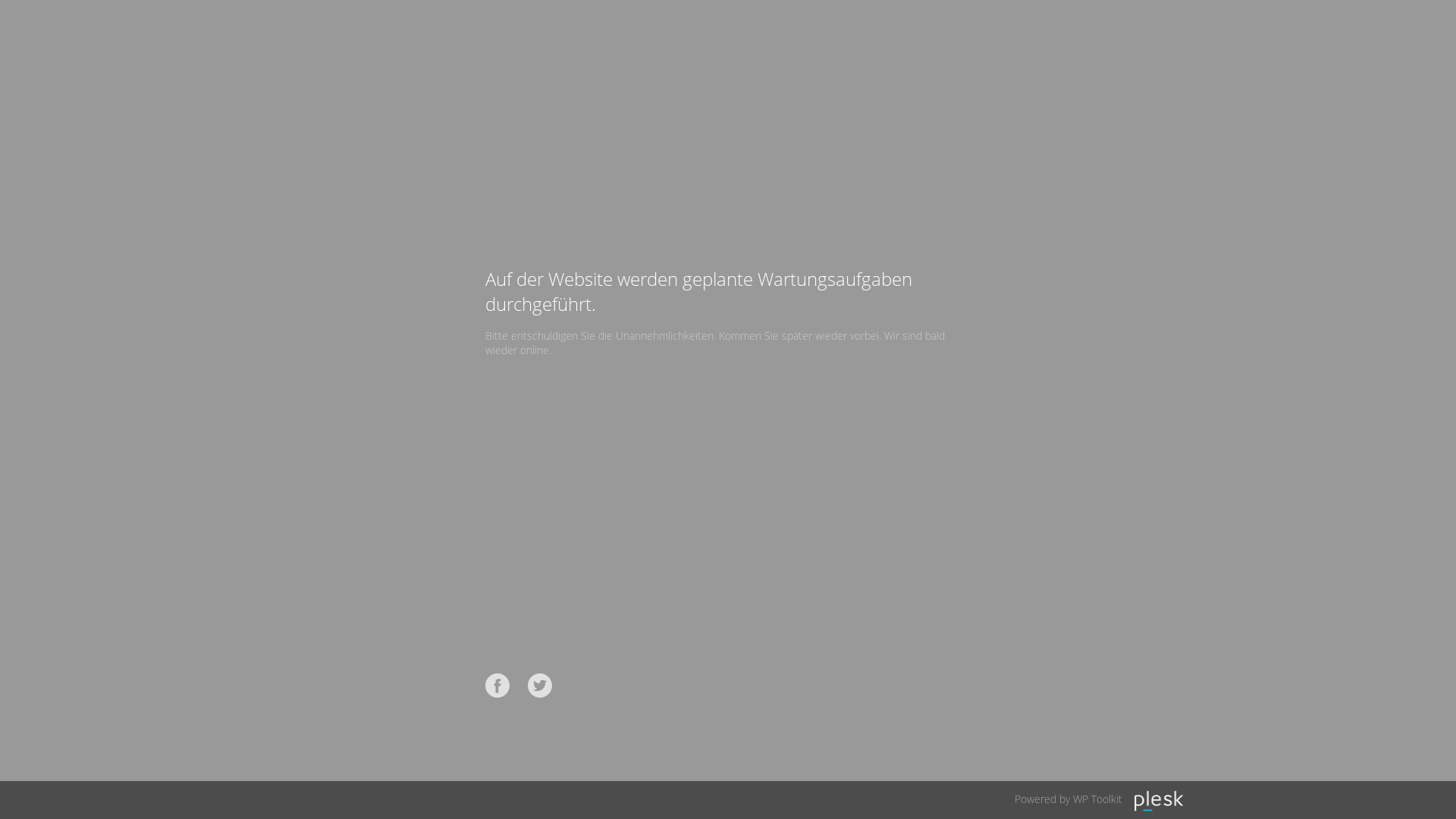 The width and height of the screenshot is (1456, 819). What do you see at coordinates (497, 685) in the screenshot?
I see `'Facebook'` at bounding box center [497, 685].